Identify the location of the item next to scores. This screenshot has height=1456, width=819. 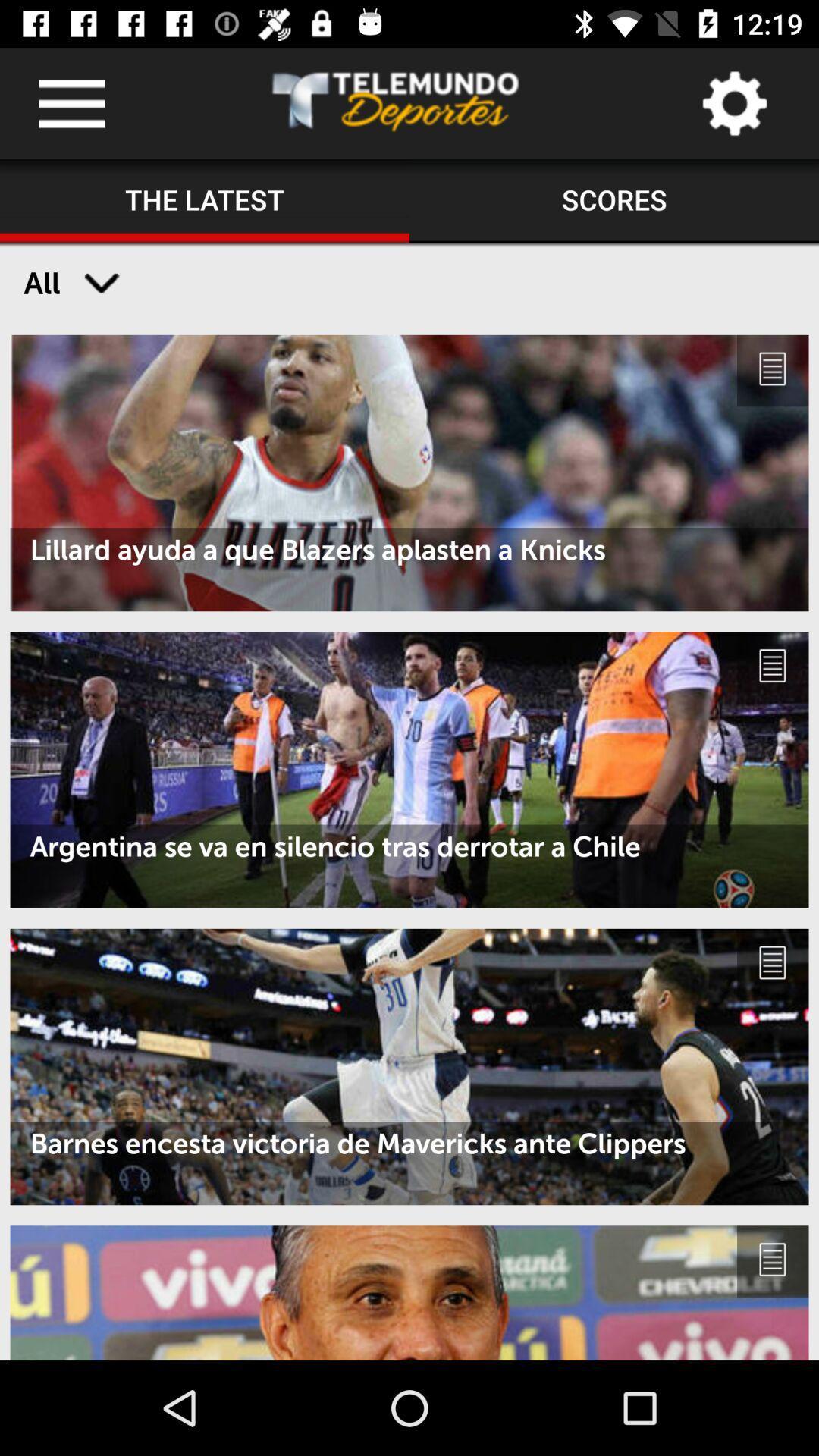
(205, 200).